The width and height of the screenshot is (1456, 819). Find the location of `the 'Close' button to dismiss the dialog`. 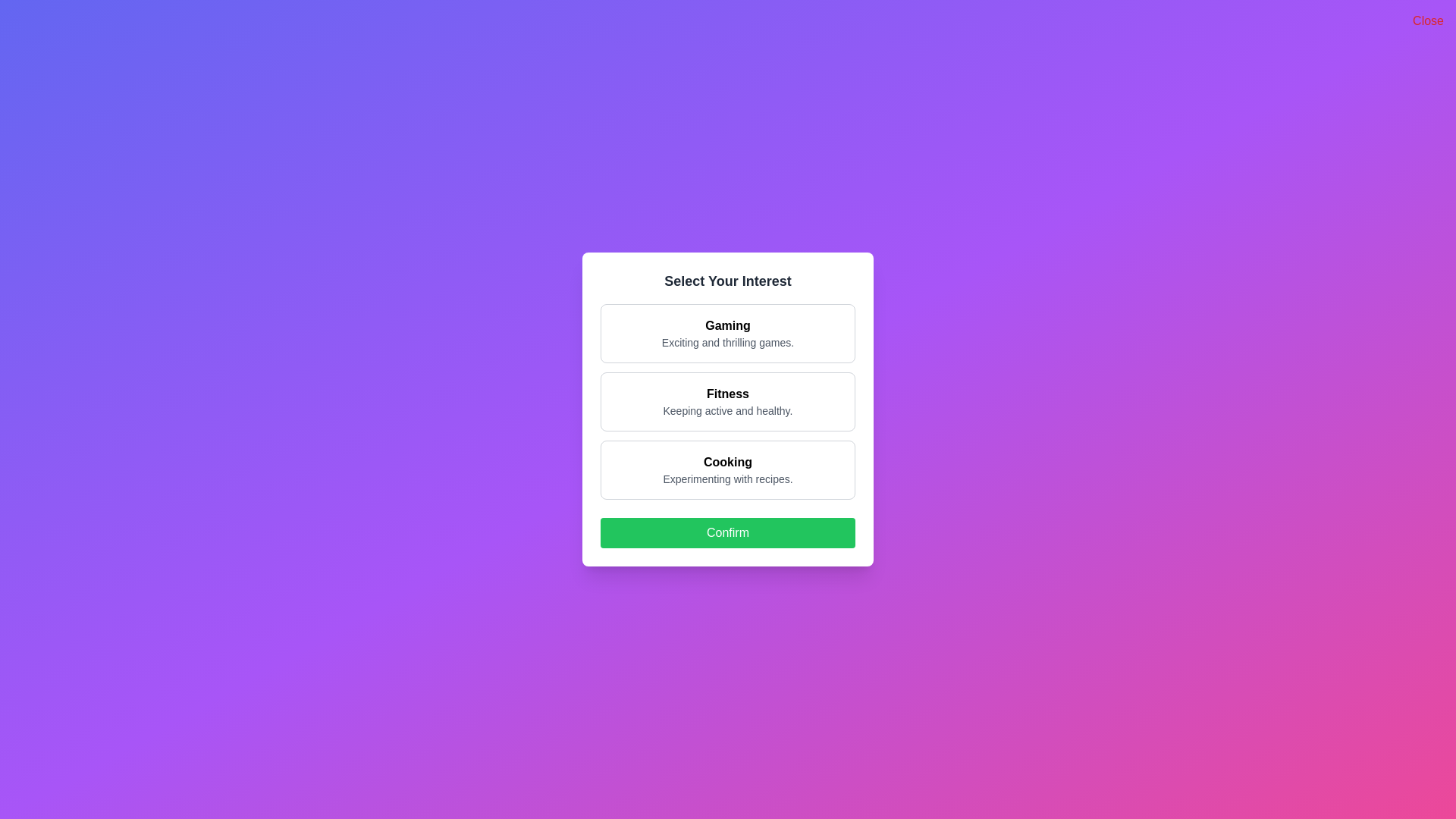

the 'Close' button to dismiss the dialog is located at coordinates (1426, 20).